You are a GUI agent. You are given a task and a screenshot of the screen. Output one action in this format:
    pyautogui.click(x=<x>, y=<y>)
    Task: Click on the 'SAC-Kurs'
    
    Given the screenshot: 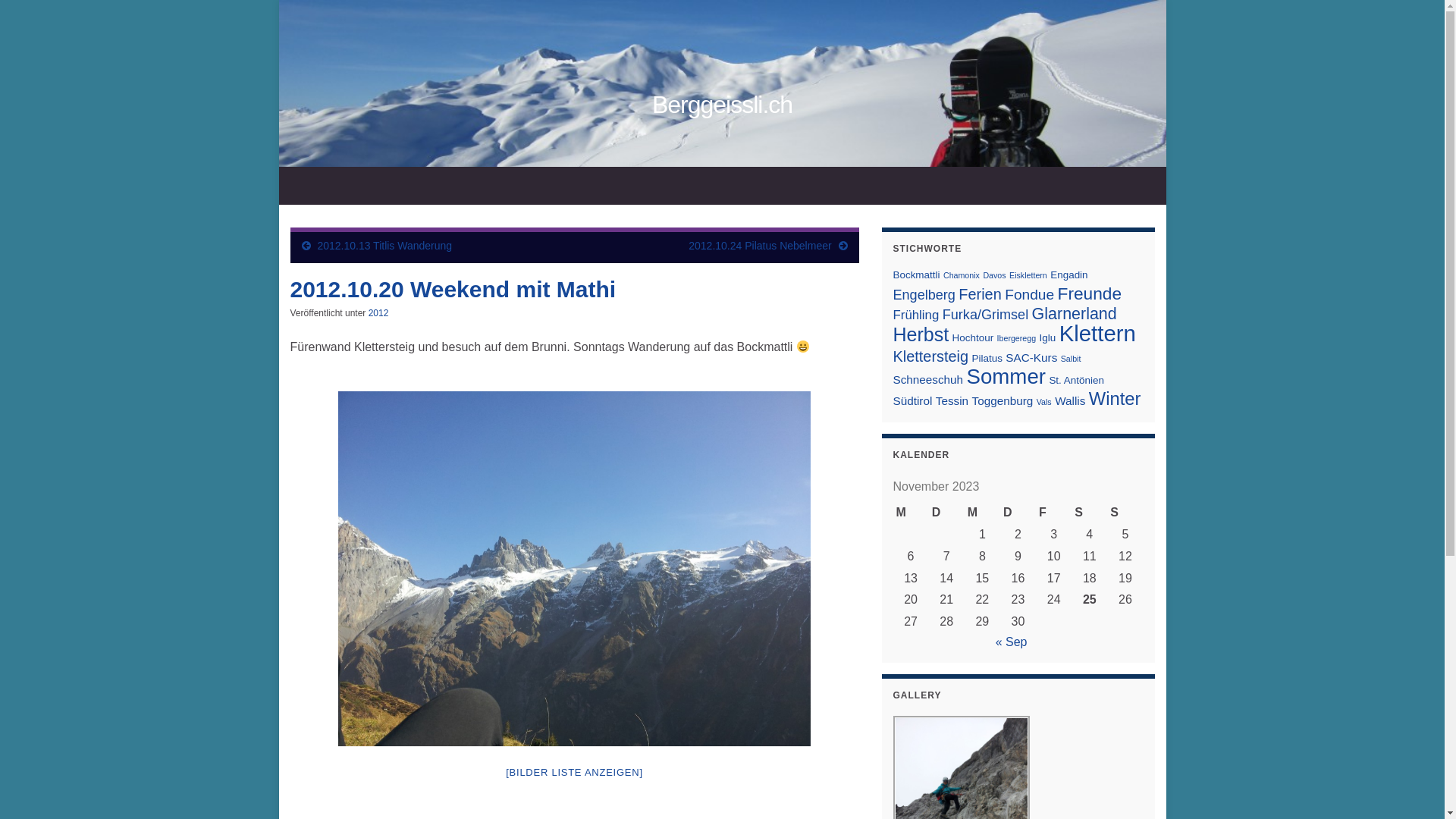 What is the action you would take?
    pyautogui.click(x=1031, y=357)
    